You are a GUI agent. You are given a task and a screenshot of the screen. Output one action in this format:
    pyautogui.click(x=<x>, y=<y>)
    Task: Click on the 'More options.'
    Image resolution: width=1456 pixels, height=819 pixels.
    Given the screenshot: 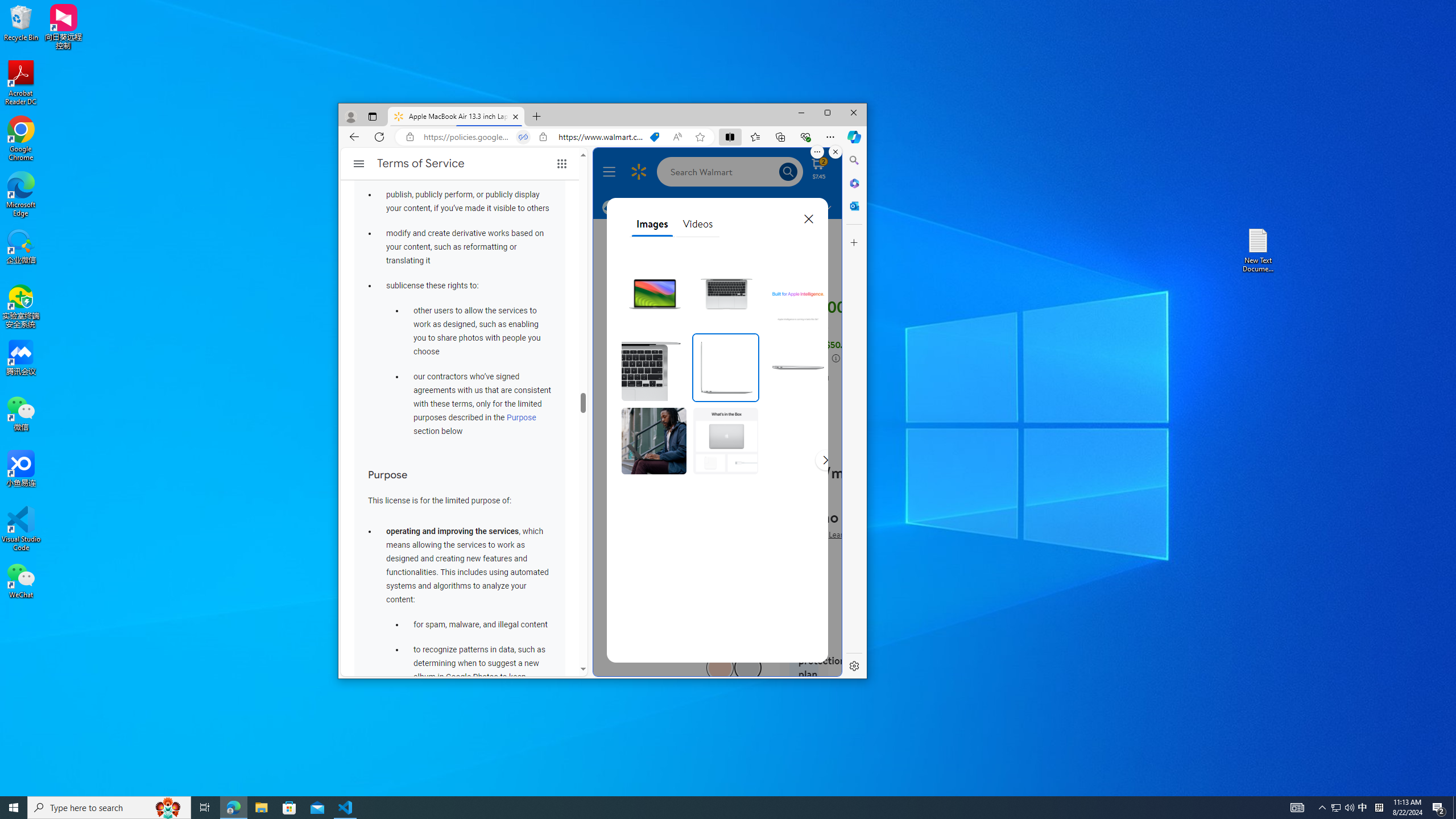 What is the action you would take?
    pyautogui.click(x=817, y=152)
    